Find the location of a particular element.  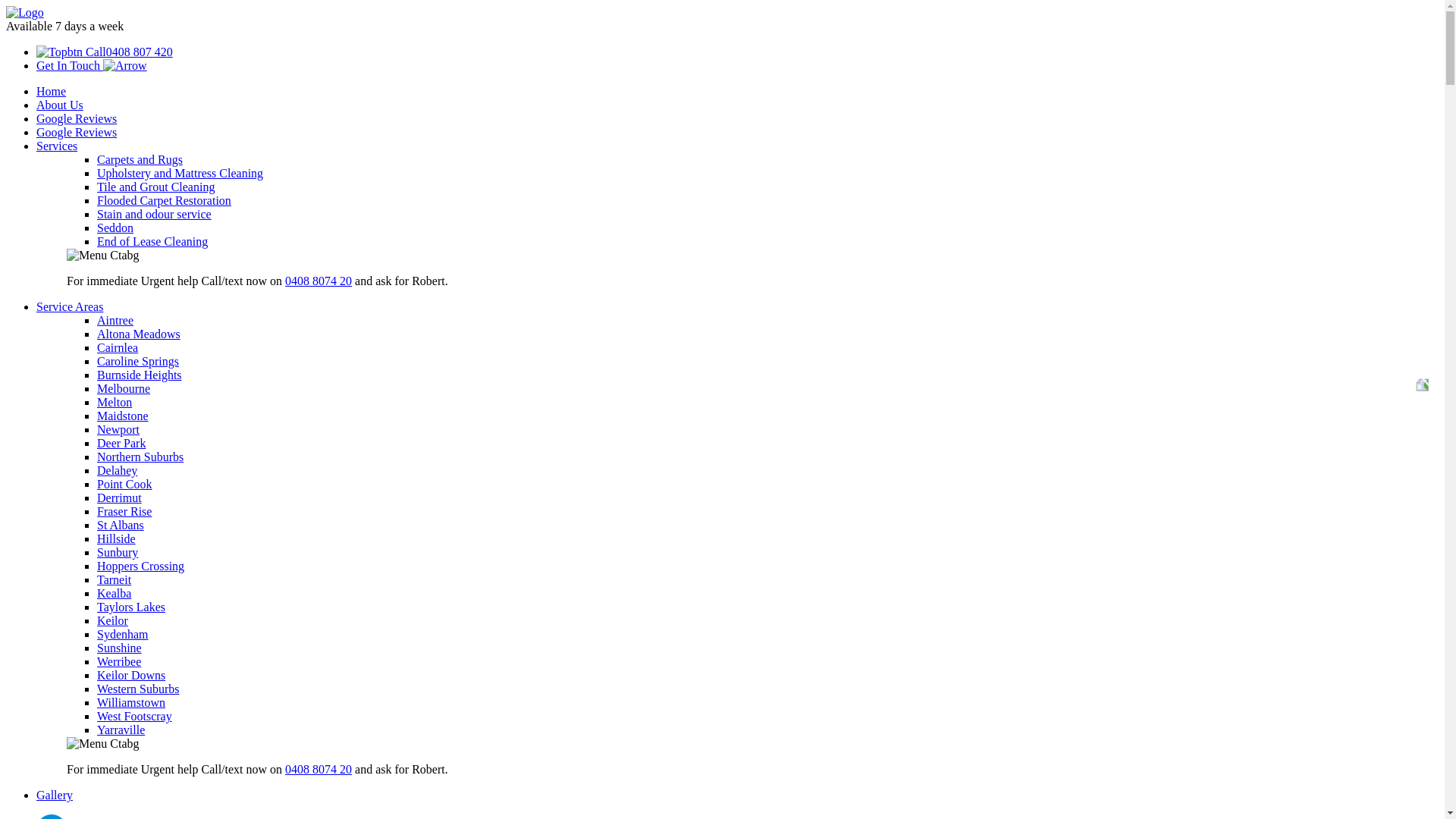

'West Footscray' is located at coordinates (134, 716).